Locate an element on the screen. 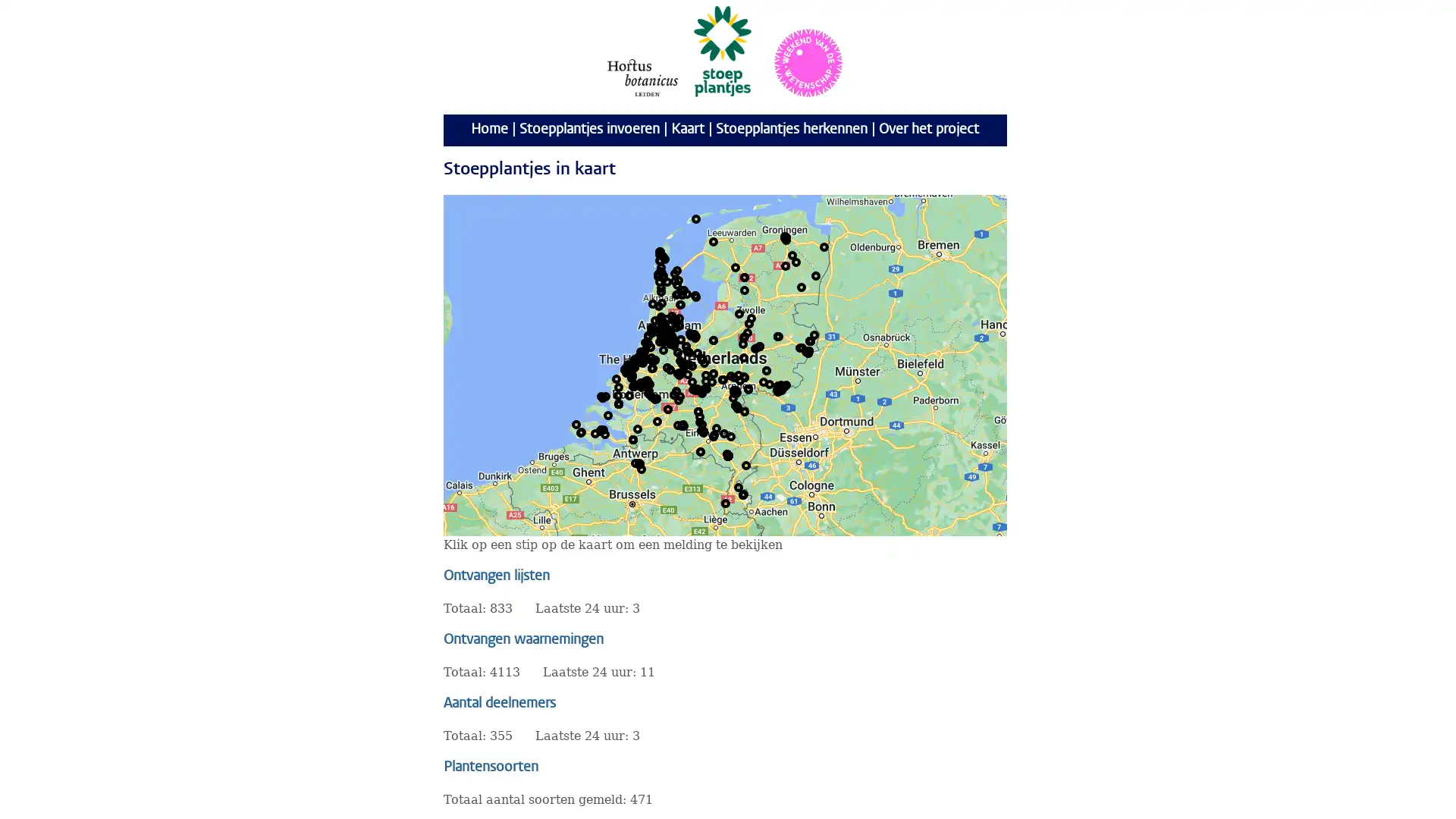 This screenshot has width=1456, height=819. Telling van Madelief op 24 oktober 2021 is located at coordinates (636, 359).